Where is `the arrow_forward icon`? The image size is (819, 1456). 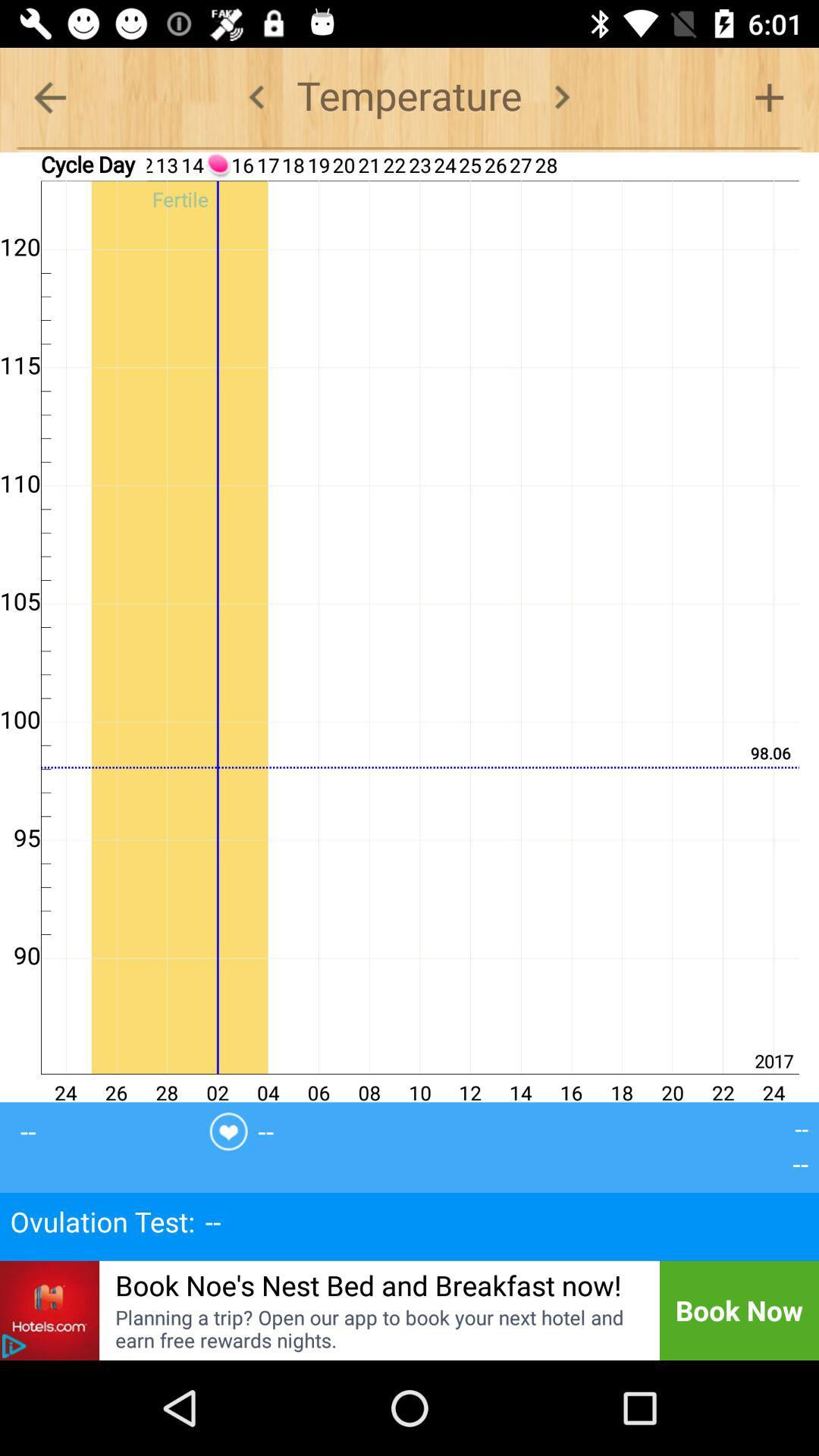
the arrow_forward icon is located at coordinates (561, 96).